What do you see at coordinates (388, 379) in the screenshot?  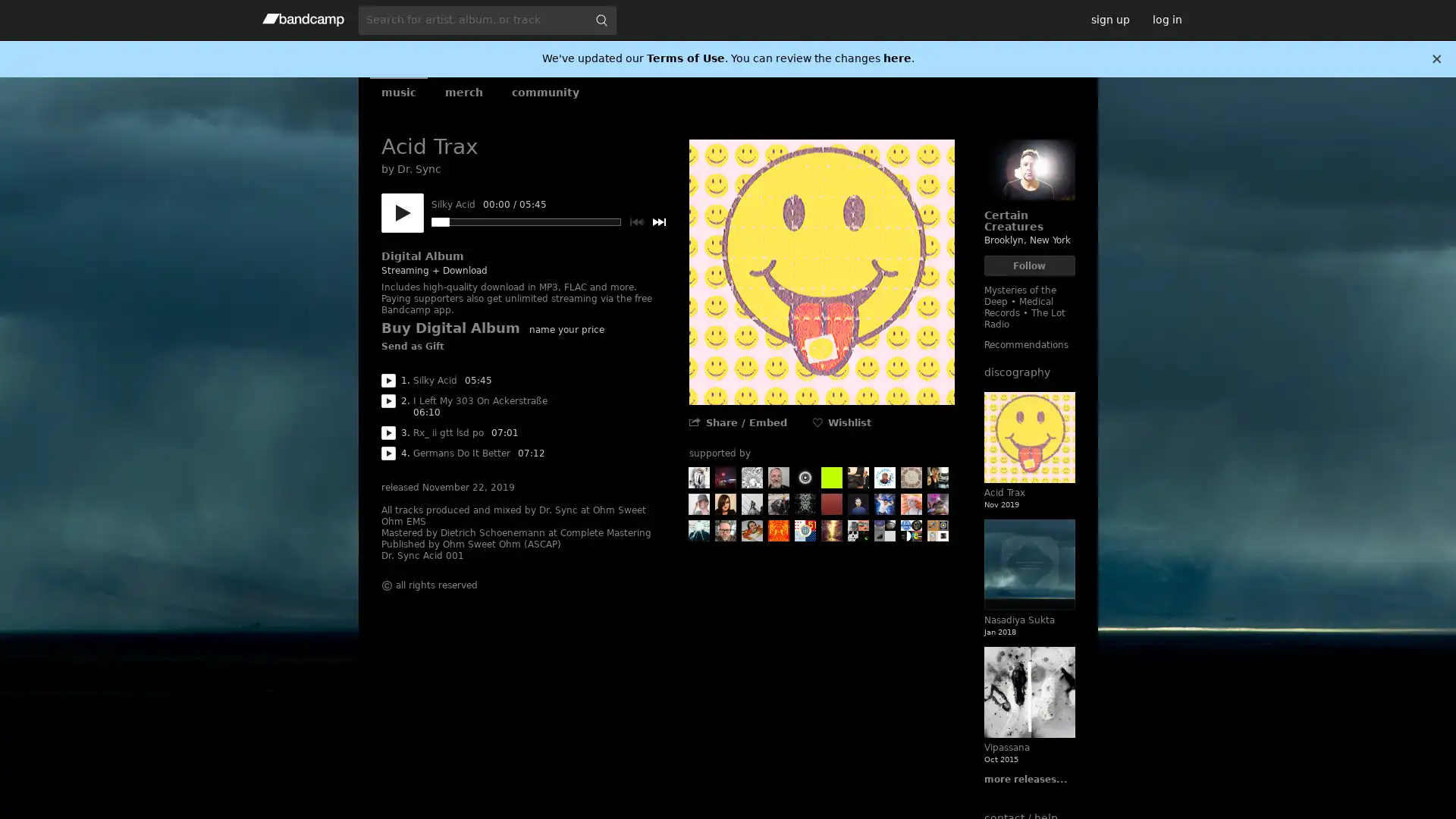 I see `Play Silky Acid` at bounding box center [388, 379].